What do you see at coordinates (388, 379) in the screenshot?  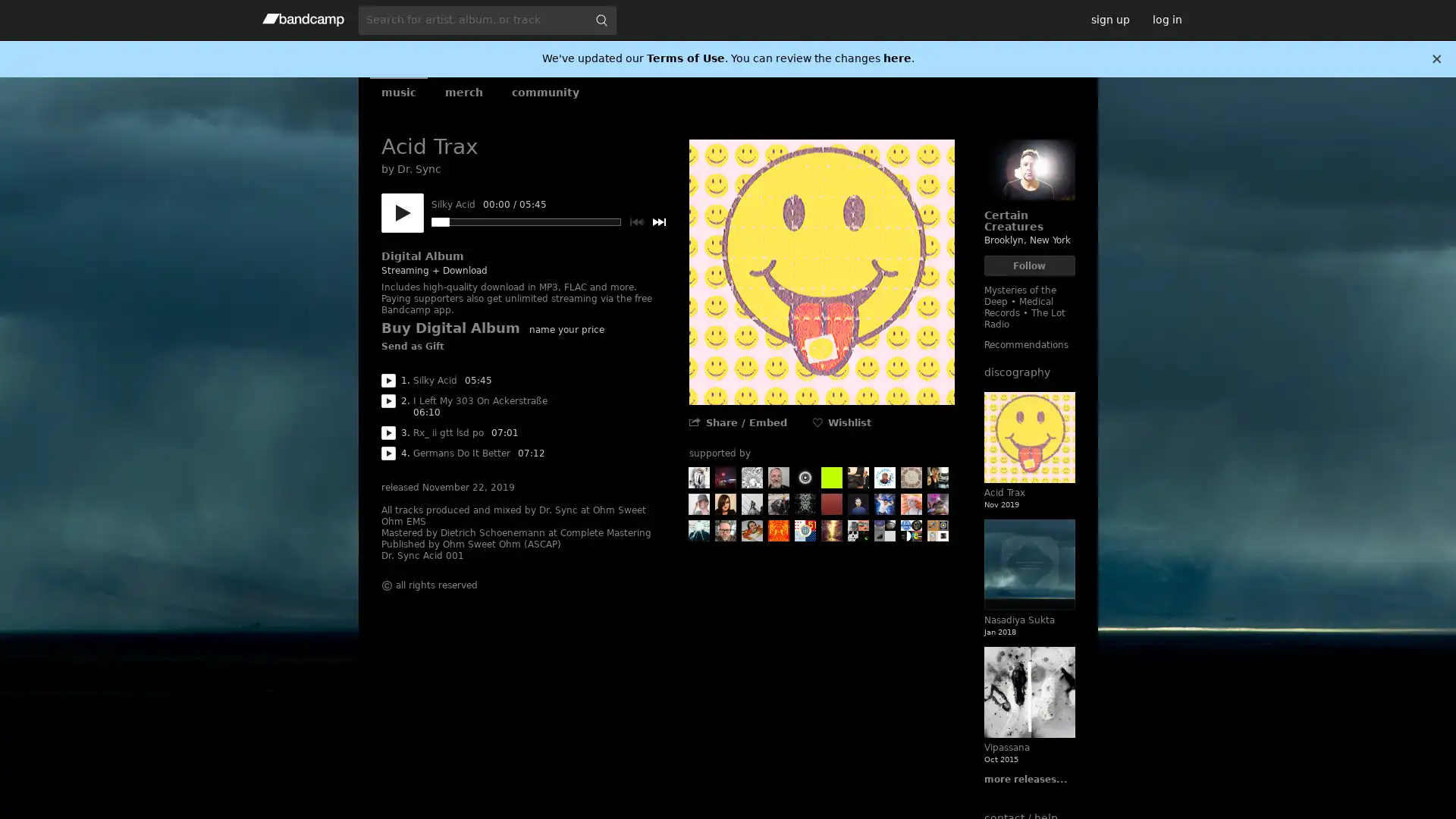 I see `Play Silky Acid` at bounding box center [388, 379].